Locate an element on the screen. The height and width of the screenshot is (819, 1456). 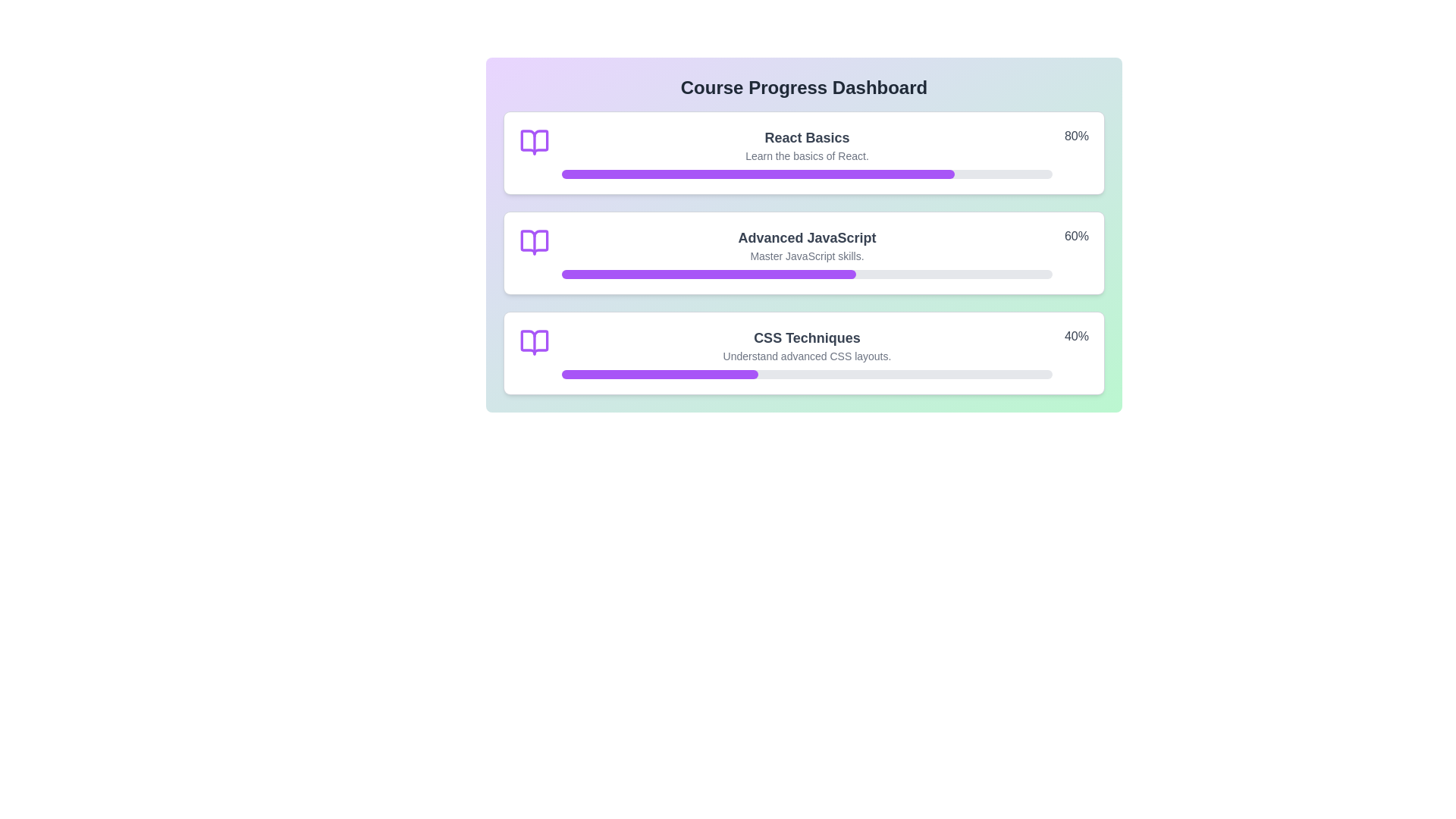
the purple book icon with an open book symbol located in the top-left corner of the first card under the 'Course Progress Dashboard', next to the text labeled 'React Basics' is located at coordinates (535, 143).